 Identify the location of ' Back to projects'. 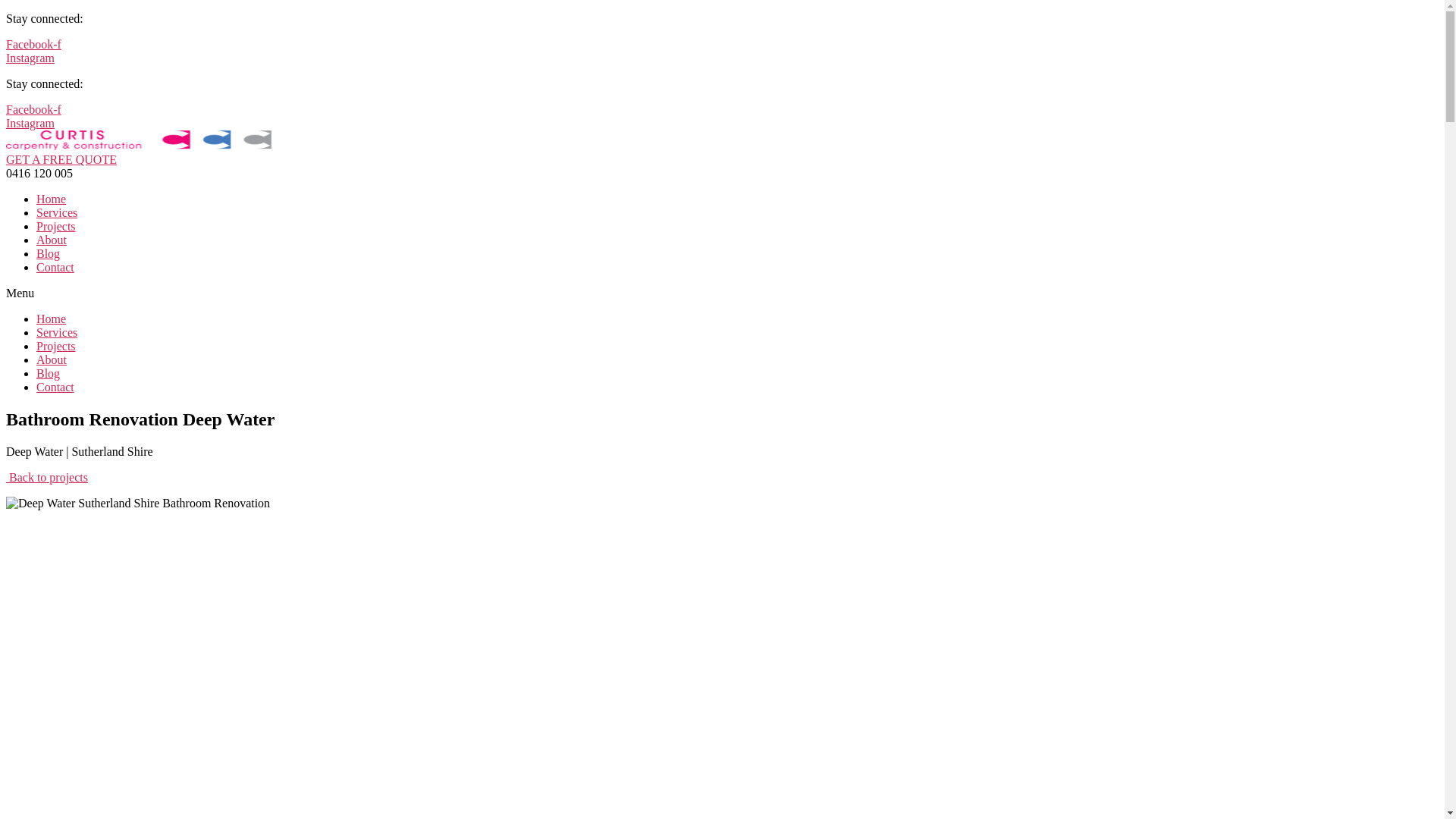
(47, 476).